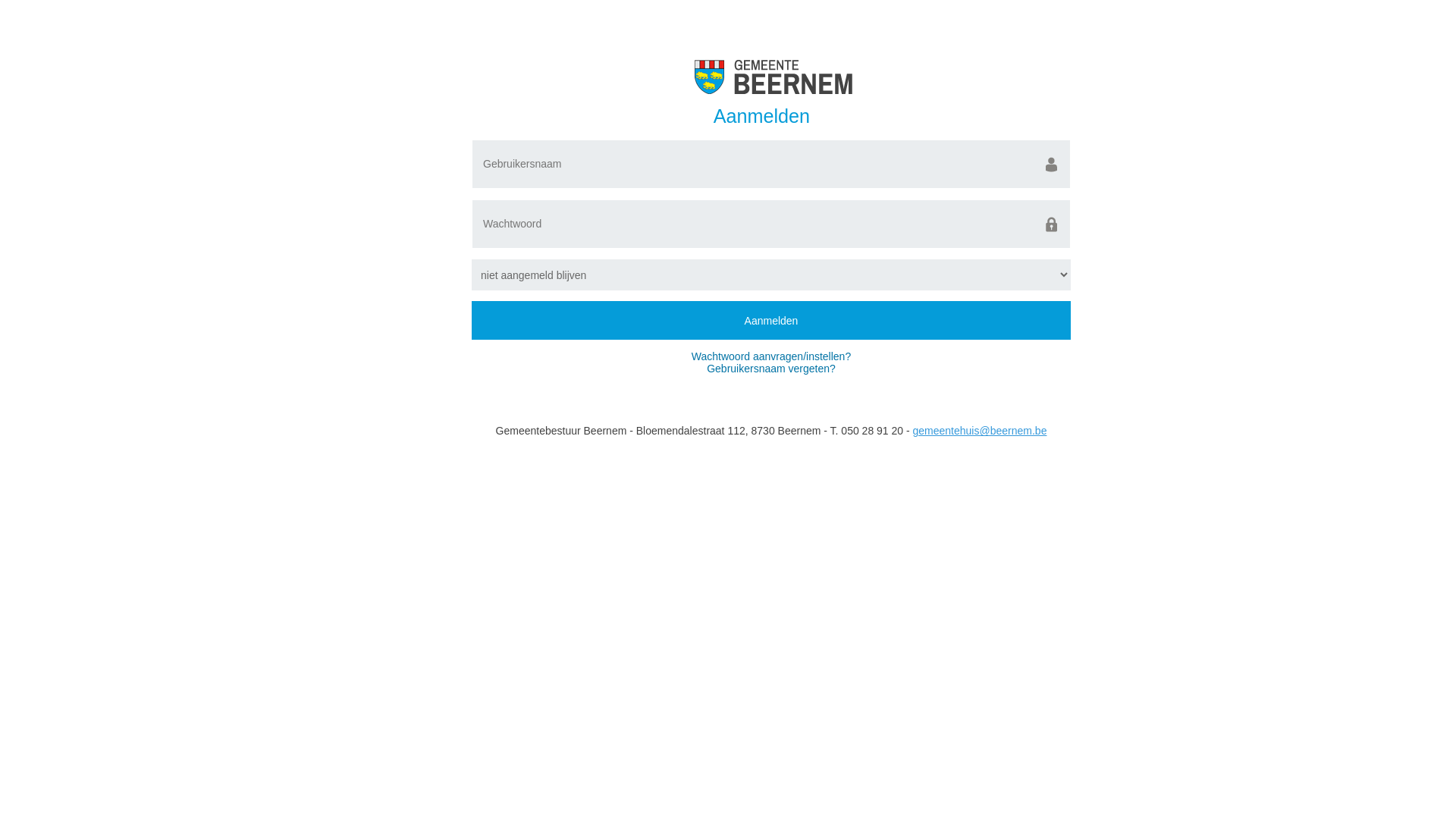 The width and height of the screenshot is (1456, 819). What do you see at coordinates (980, 430) in the screenshot?
I see `'gemeentehuis@beernem.be'` at bounding box center [980, 430].